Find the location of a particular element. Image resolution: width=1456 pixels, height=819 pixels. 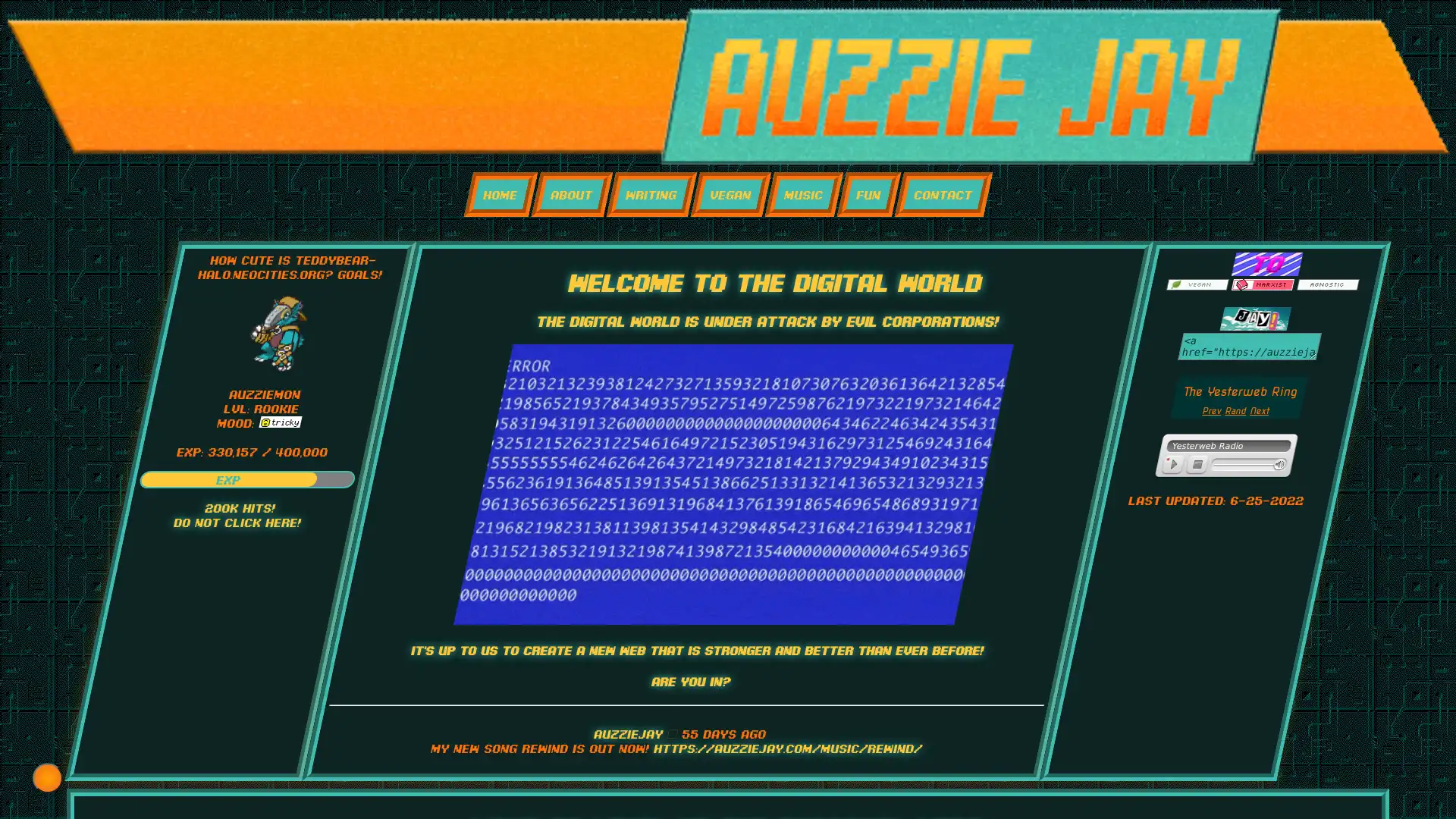

WRITING is located at coordinates (651, 193).